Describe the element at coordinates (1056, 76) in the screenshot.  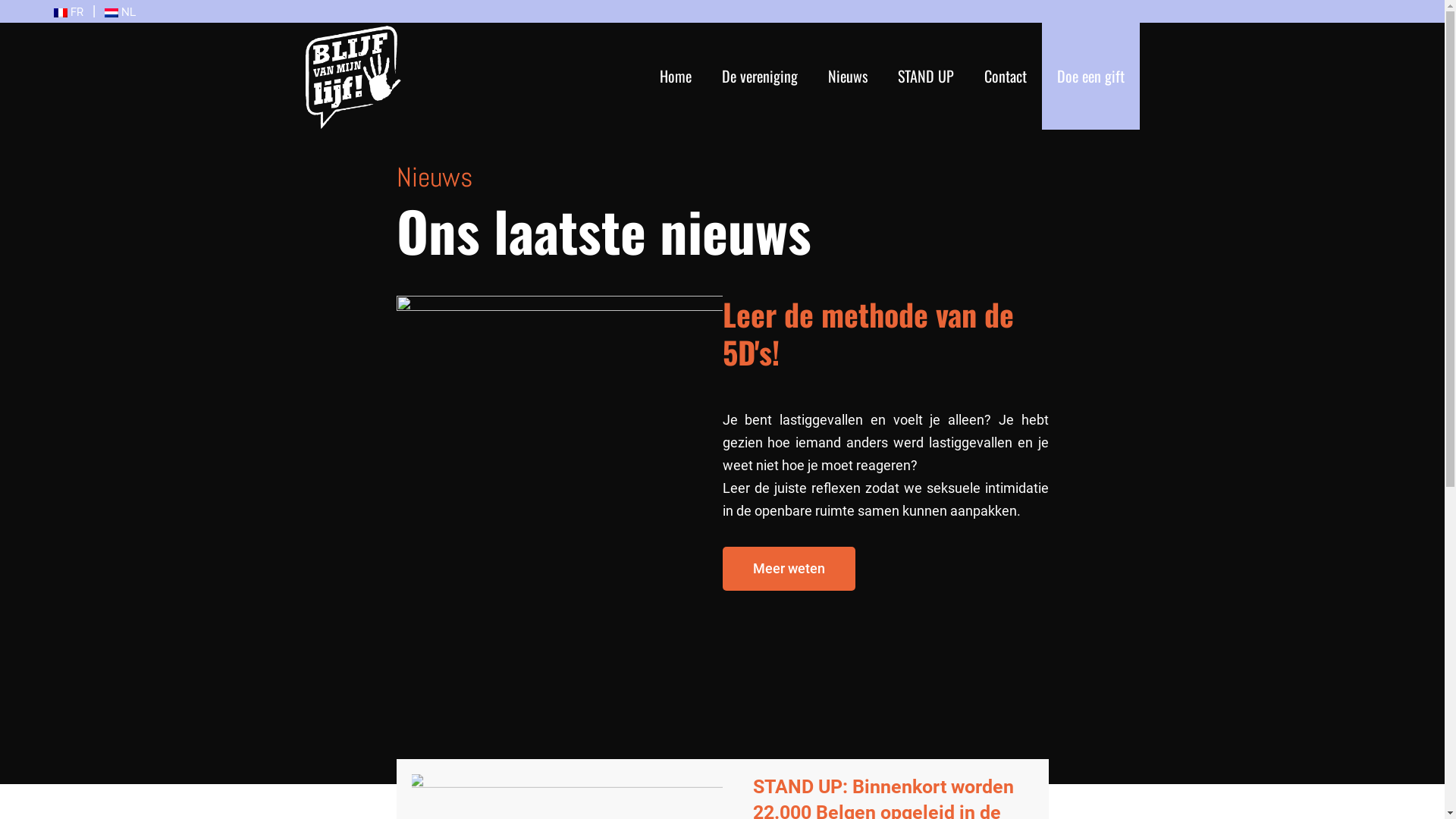
I see `'Doe een gift'` at that location.